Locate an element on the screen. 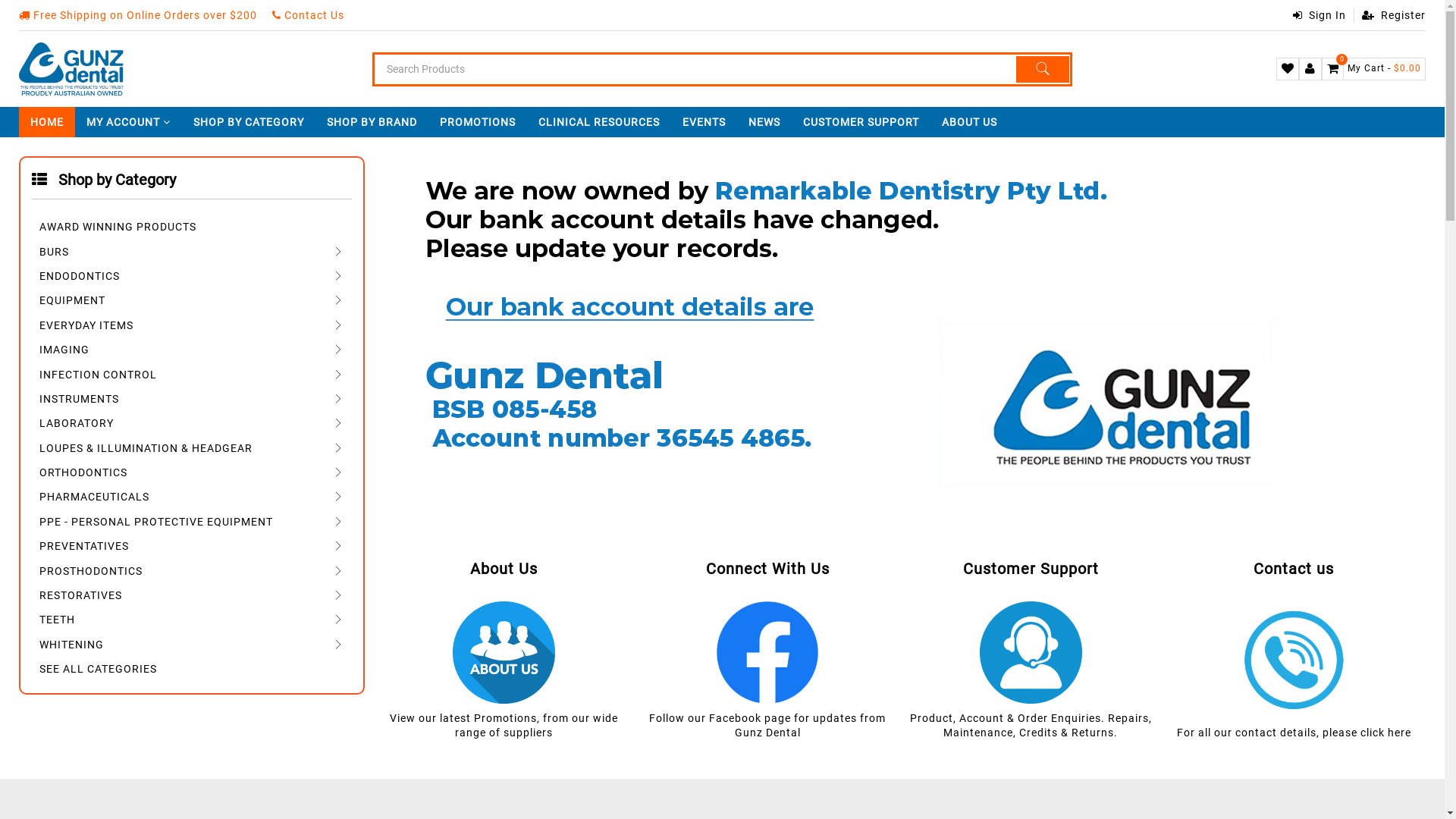 The image size is (1456, 819). 'ORTHODONTICS' is located at coordinates (191, 471).